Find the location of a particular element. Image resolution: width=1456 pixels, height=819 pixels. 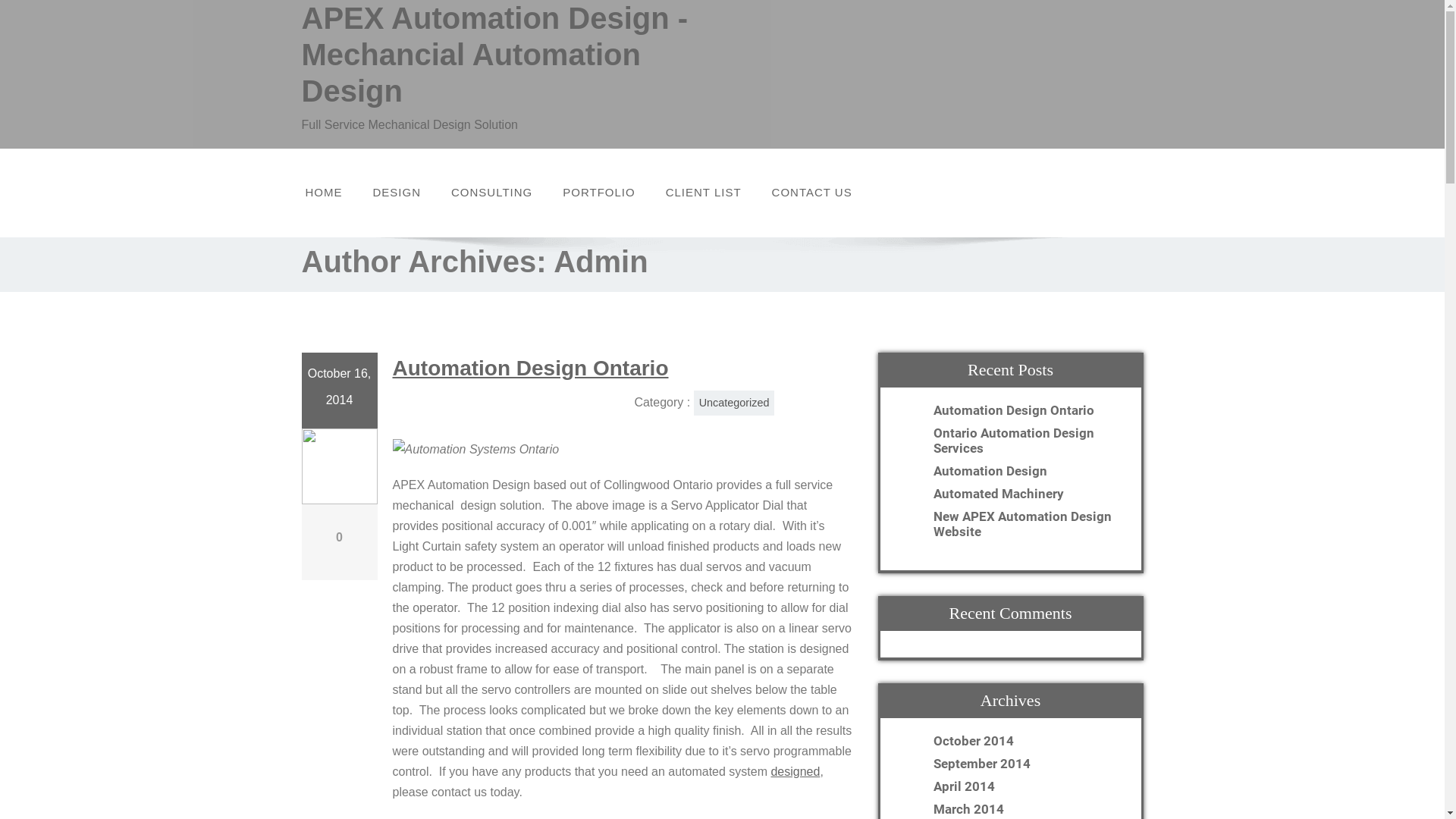

'Ontario Automation Design Services' is located at coordinates (1025, 439).